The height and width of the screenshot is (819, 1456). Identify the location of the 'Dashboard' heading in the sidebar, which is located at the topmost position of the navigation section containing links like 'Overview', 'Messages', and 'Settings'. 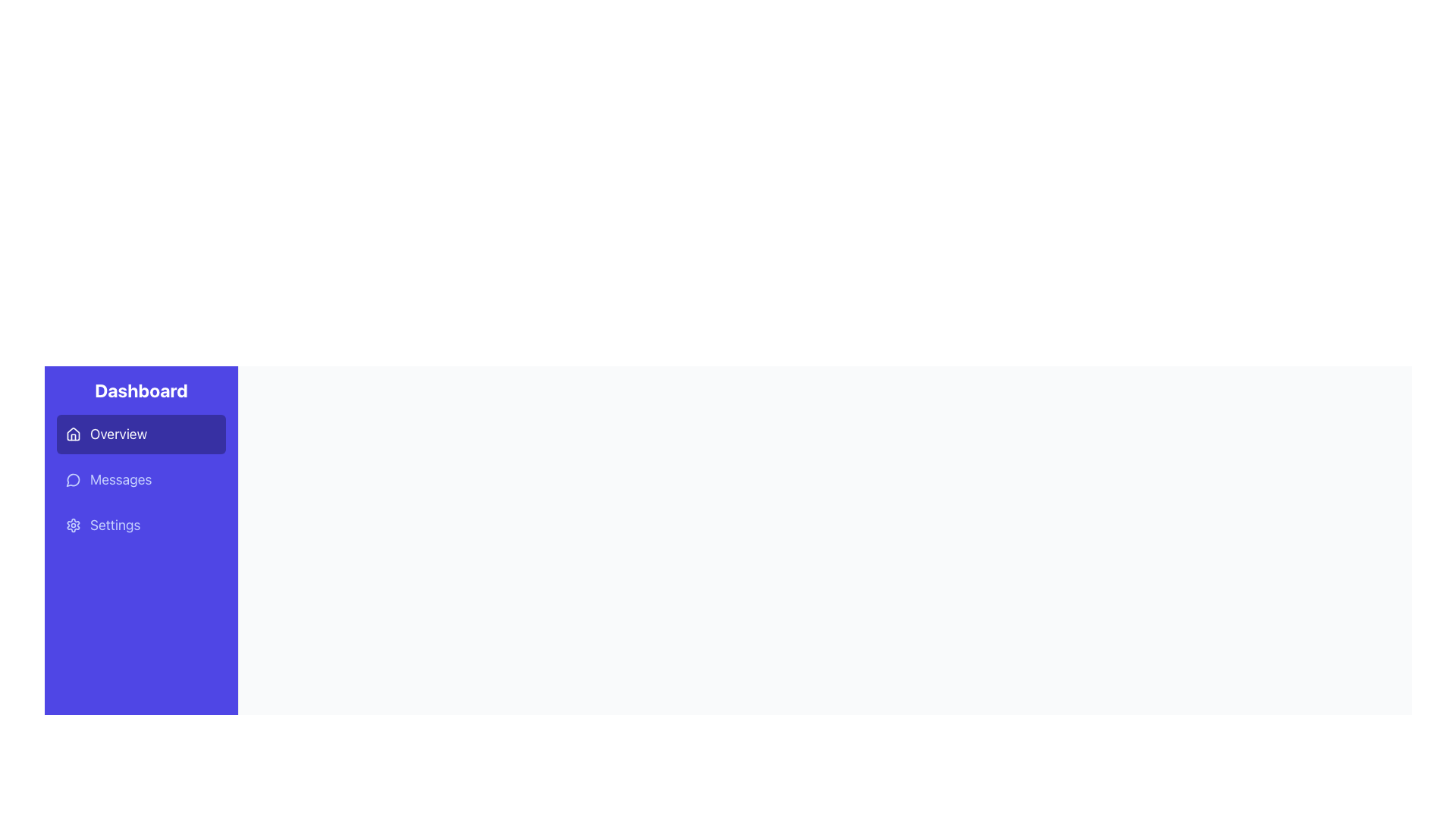
(141, 390).